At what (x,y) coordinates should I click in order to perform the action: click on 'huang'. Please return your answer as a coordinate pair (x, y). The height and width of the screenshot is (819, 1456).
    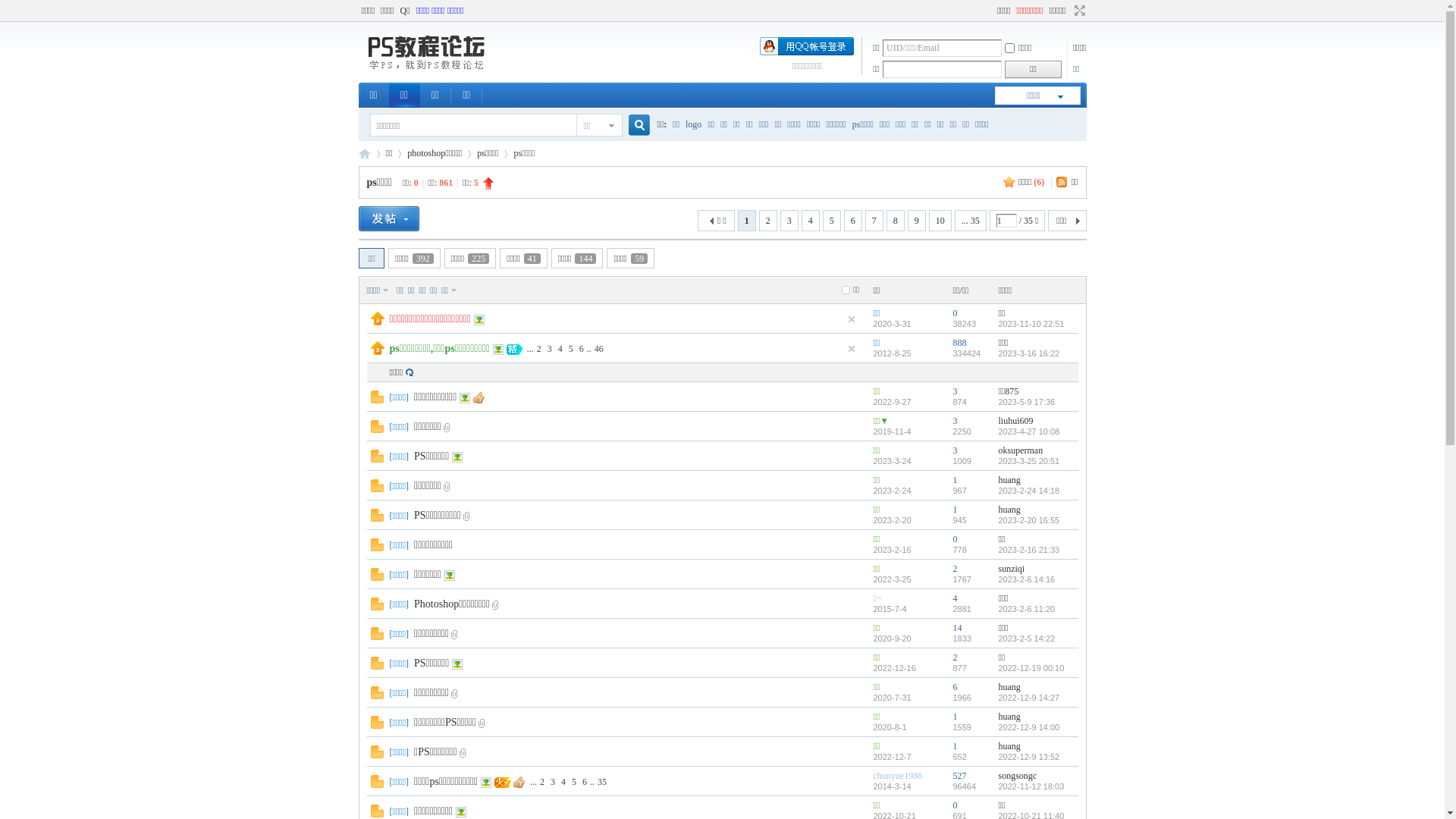
    Looking at the image, I should click on (997, 717).